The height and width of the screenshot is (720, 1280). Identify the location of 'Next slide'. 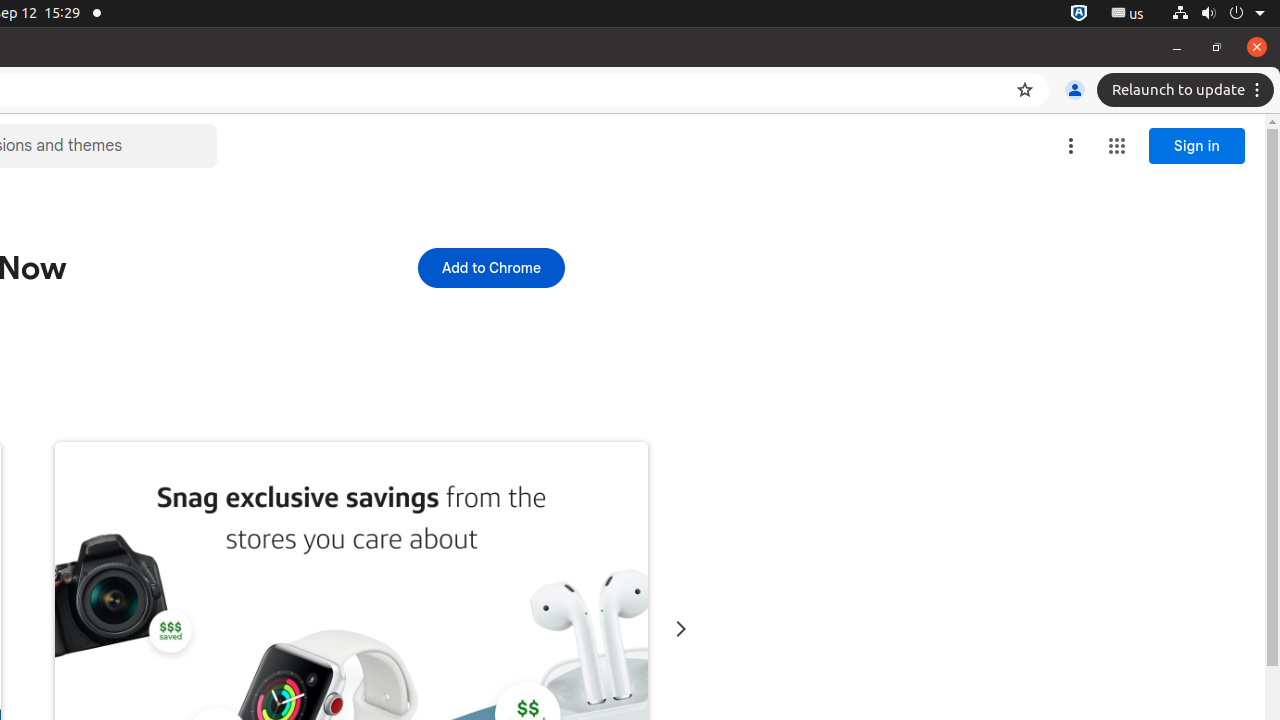
(680, 628).